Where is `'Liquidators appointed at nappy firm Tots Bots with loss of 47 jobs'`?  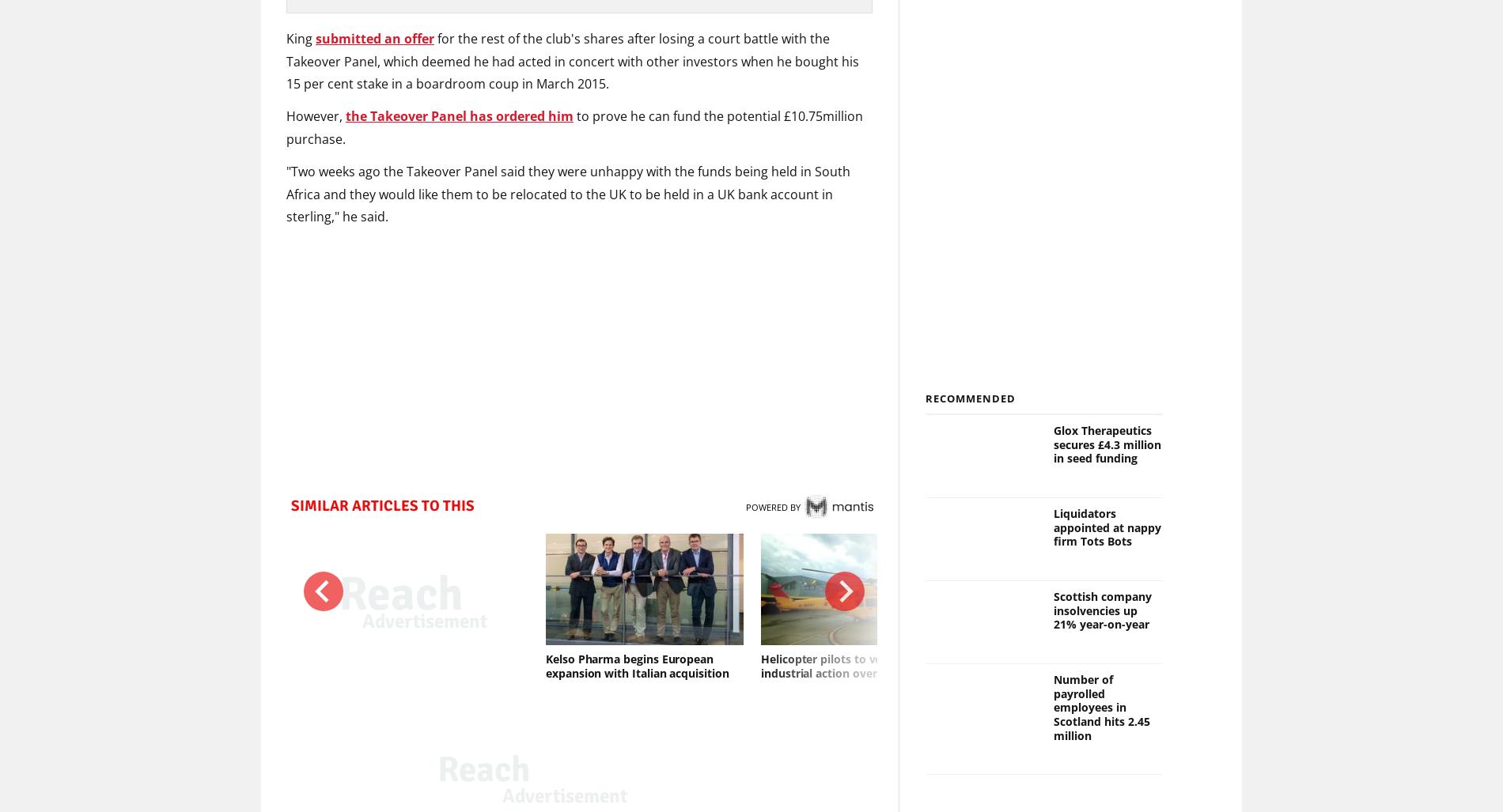
'Liquidators appointed at nappy firm Tots Bots with loss of 47 jobs' is located at coordinates (1328, 666).